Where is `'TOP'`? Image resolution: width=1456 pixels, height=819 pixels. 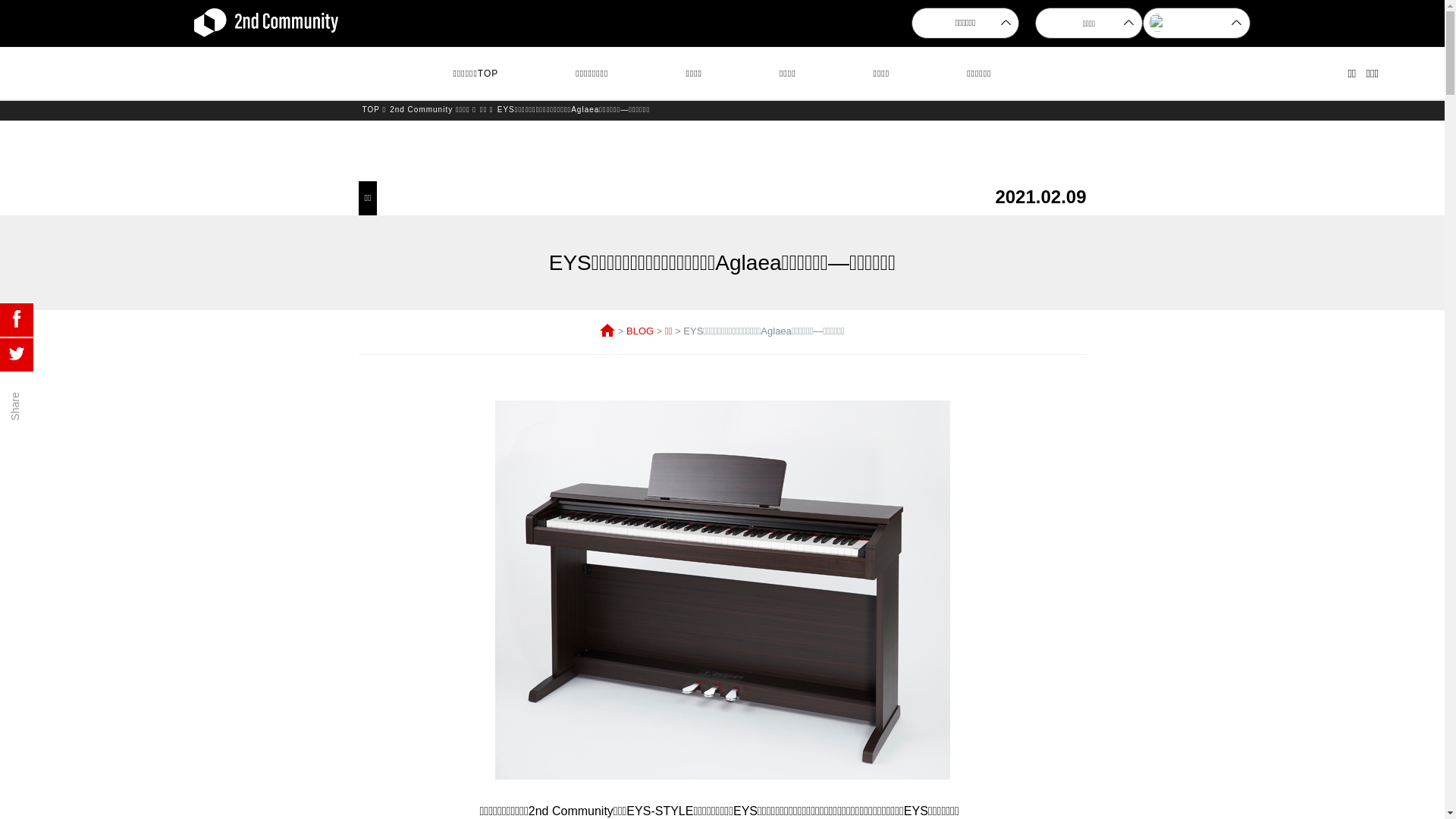 'TOP' is located at coordinates (371, 108).